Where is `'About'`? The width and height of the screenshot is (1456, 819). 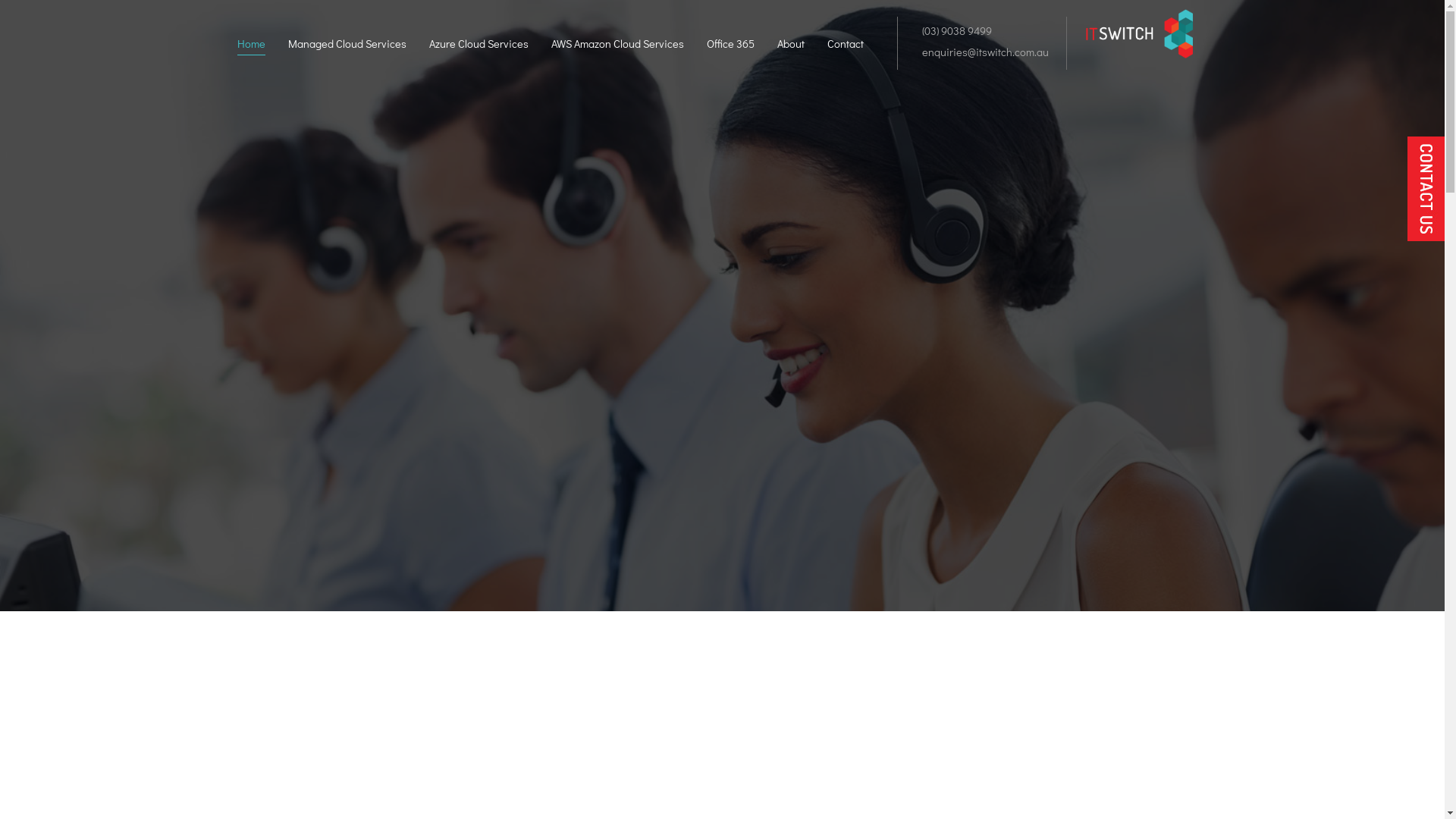
'About' is located at coordinates (789, 45).